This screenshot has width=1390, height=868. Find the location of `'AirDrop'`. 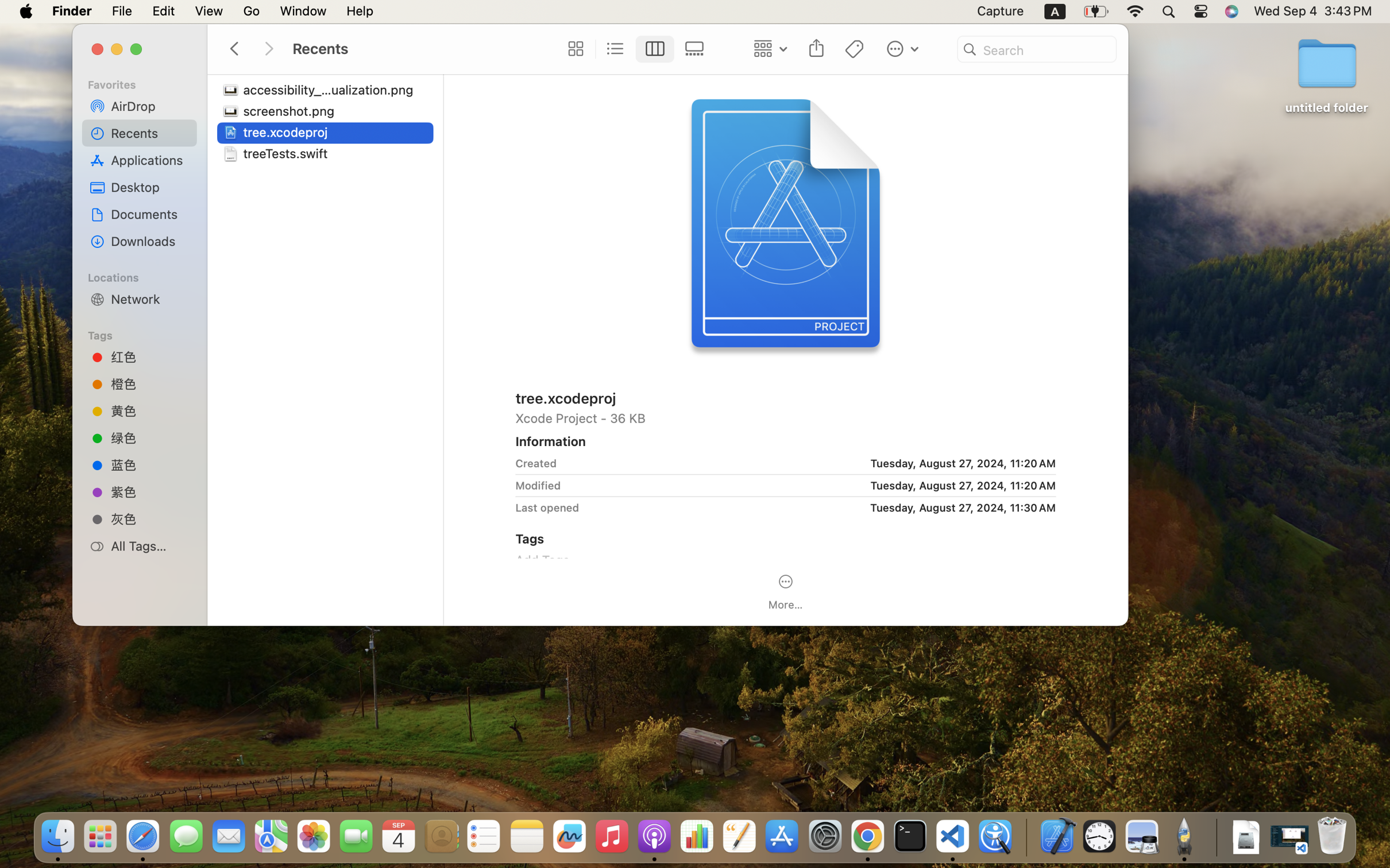

'AirDrop' is located at coordinates (149, 105).